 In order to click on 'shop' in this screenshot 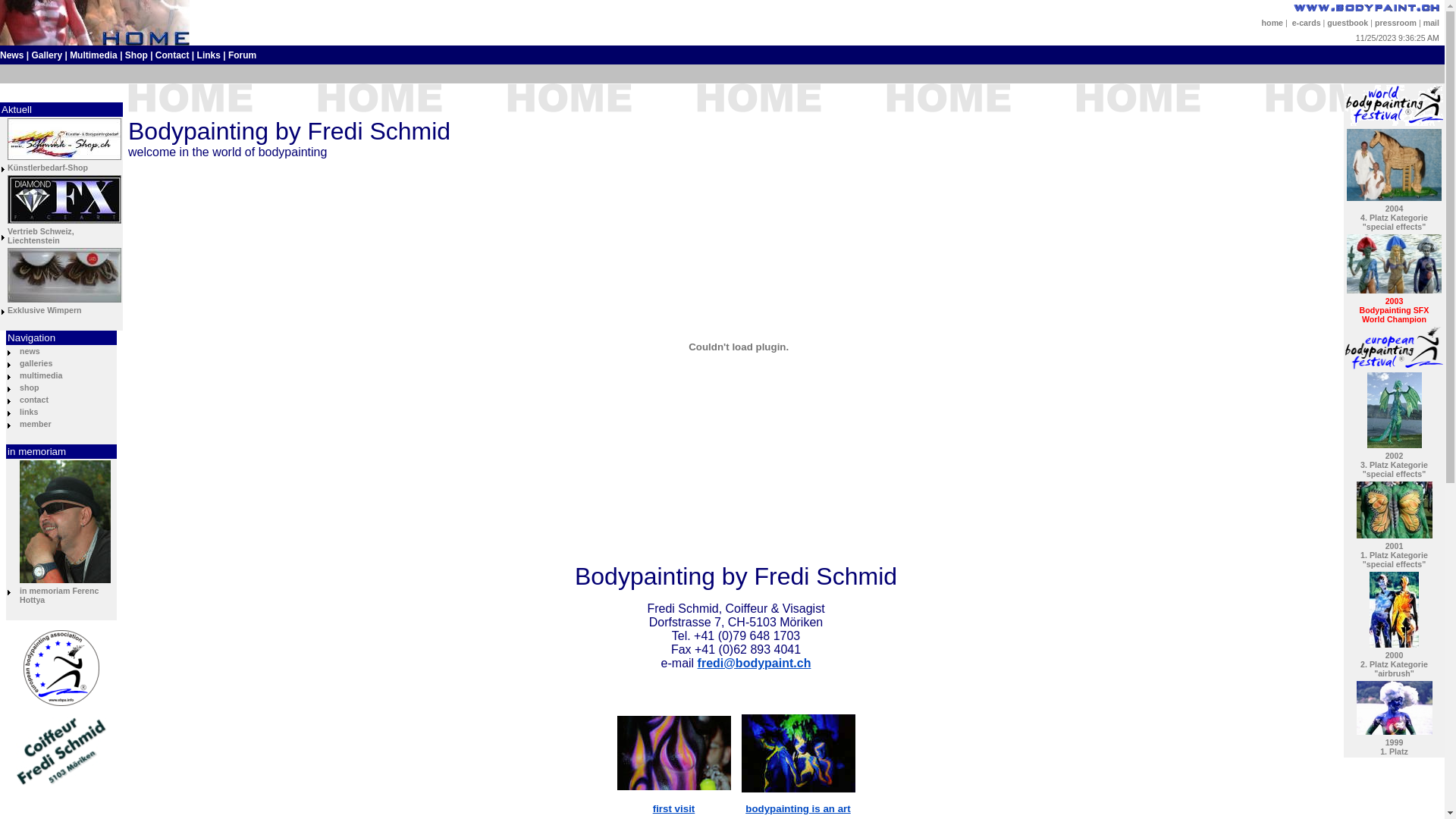, I will do `click(29, 386)`.